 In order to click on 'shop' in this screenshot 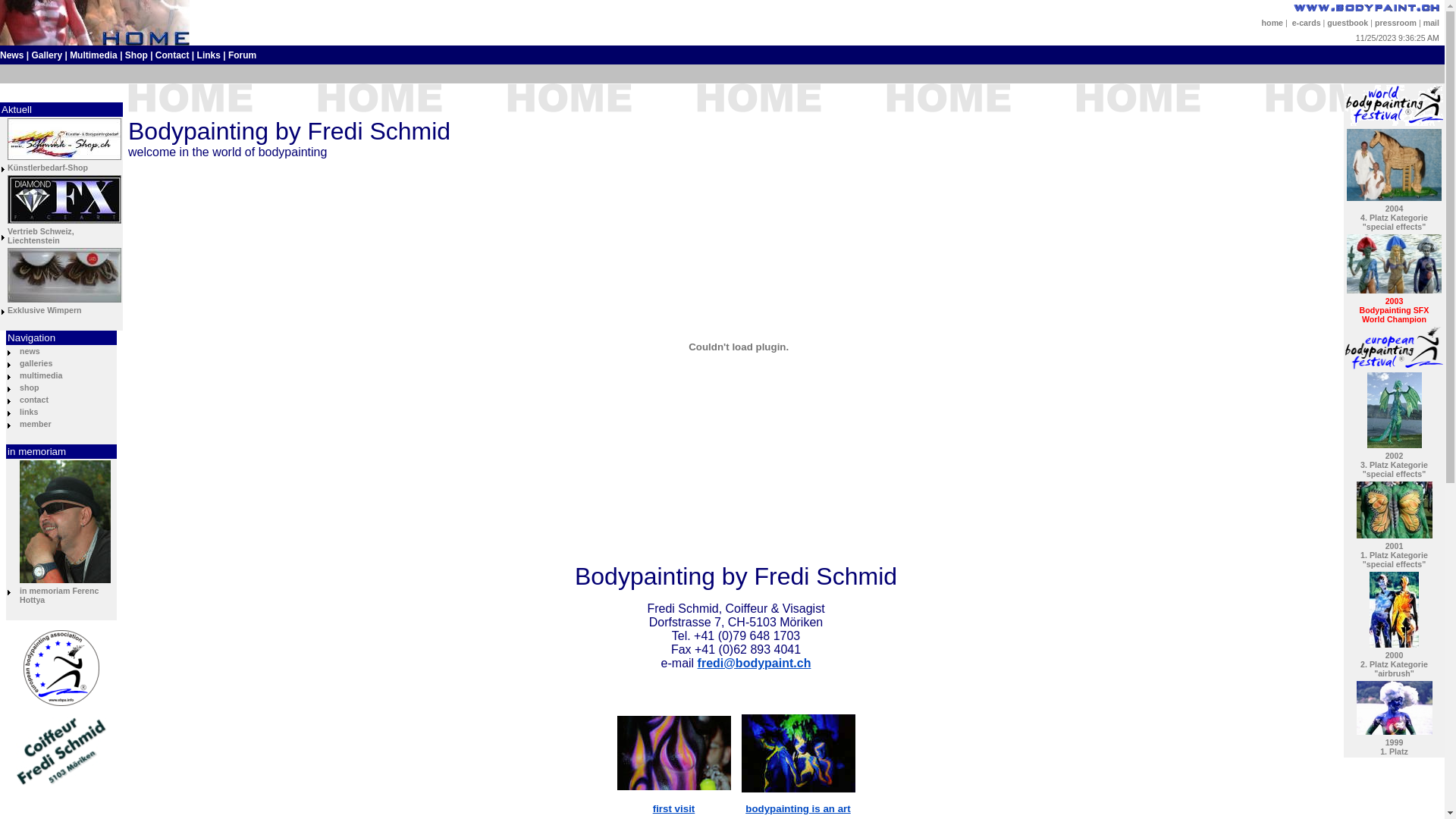, I will do `click(29, 386)`.